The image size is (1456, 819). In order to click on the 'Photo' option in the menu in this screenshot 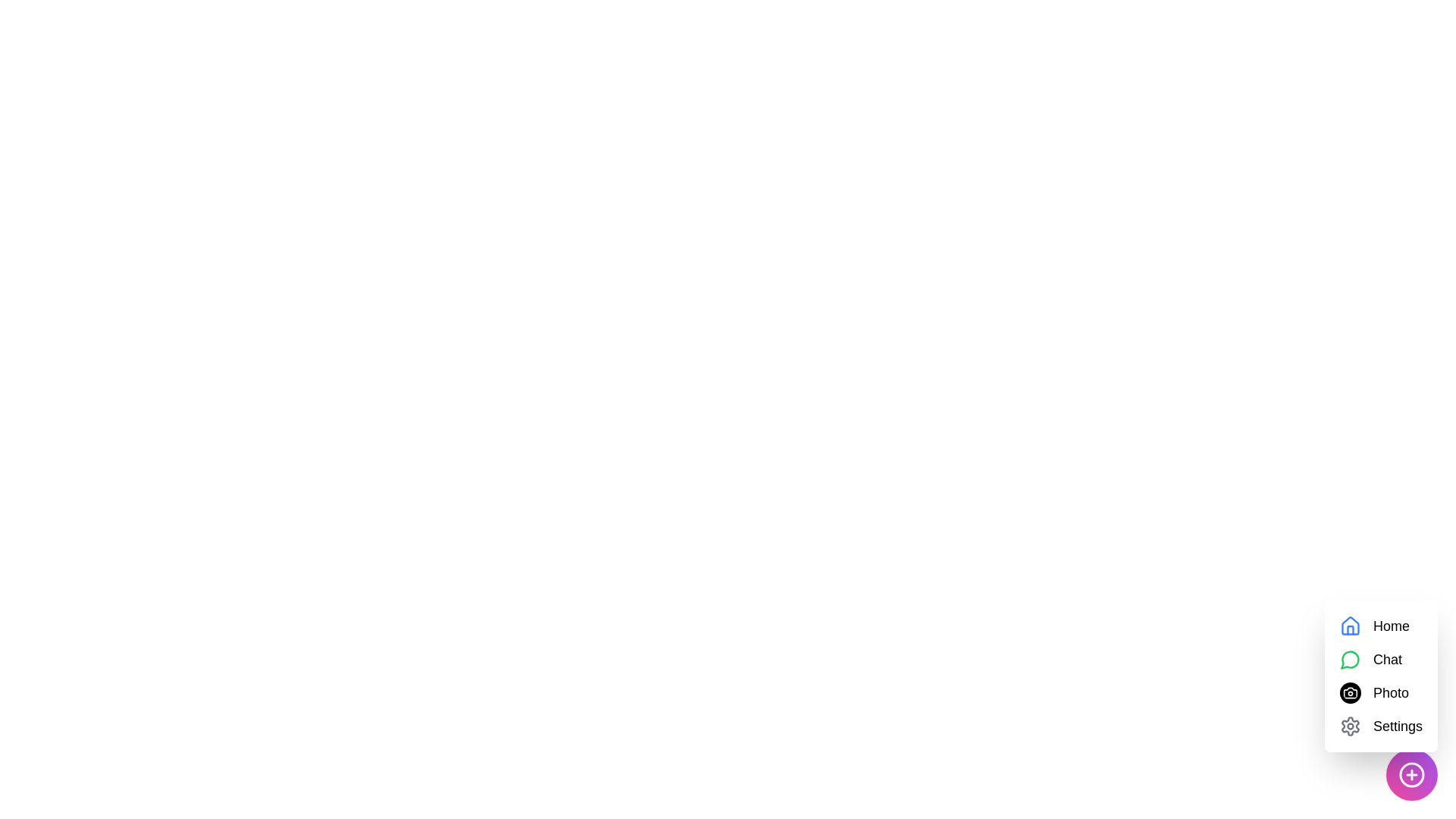, I will do `click(1390, 693)`.